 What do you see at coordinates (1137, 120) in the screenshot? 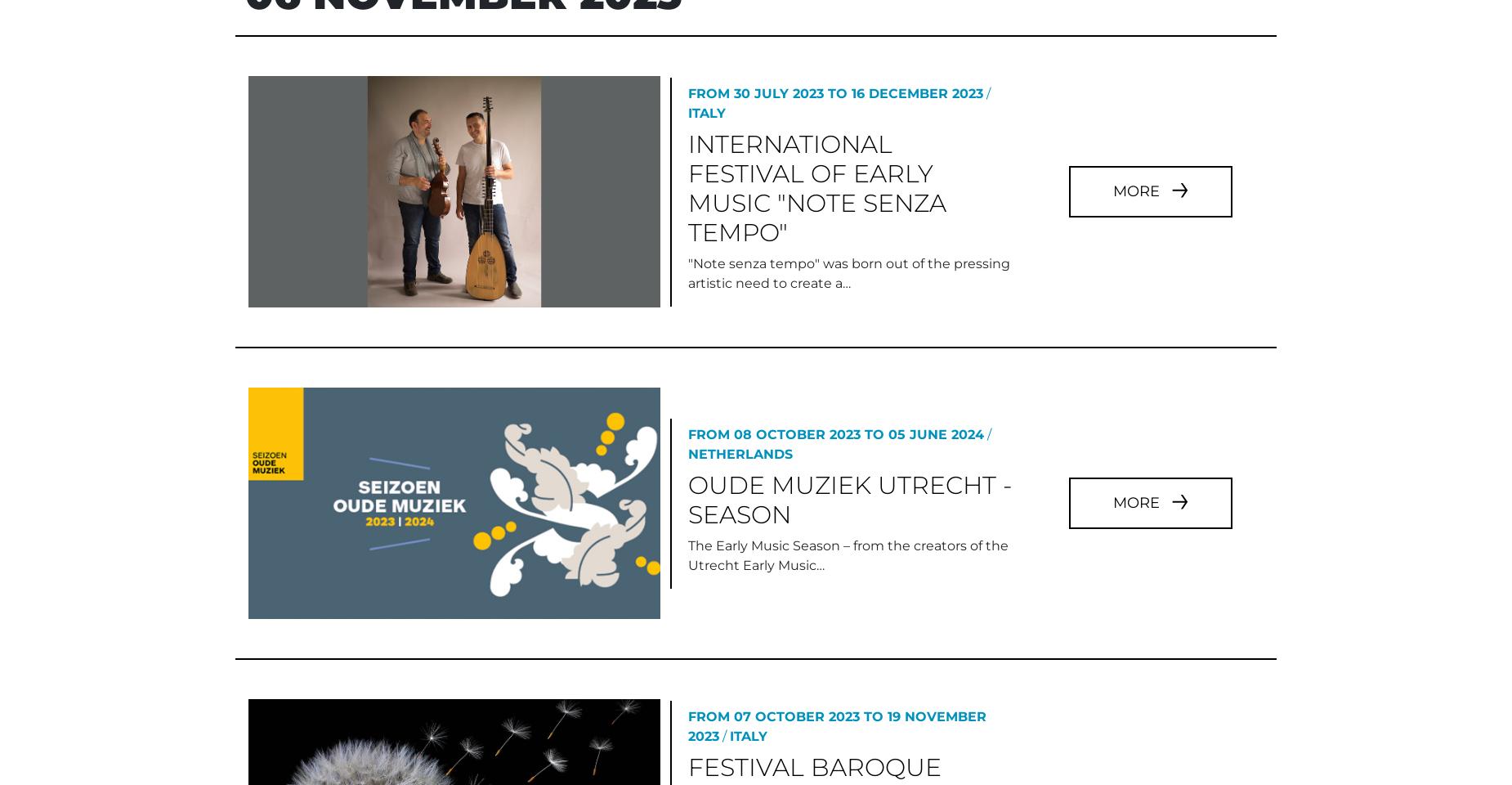
I see `'More'` at bounding box center [1137, 120].